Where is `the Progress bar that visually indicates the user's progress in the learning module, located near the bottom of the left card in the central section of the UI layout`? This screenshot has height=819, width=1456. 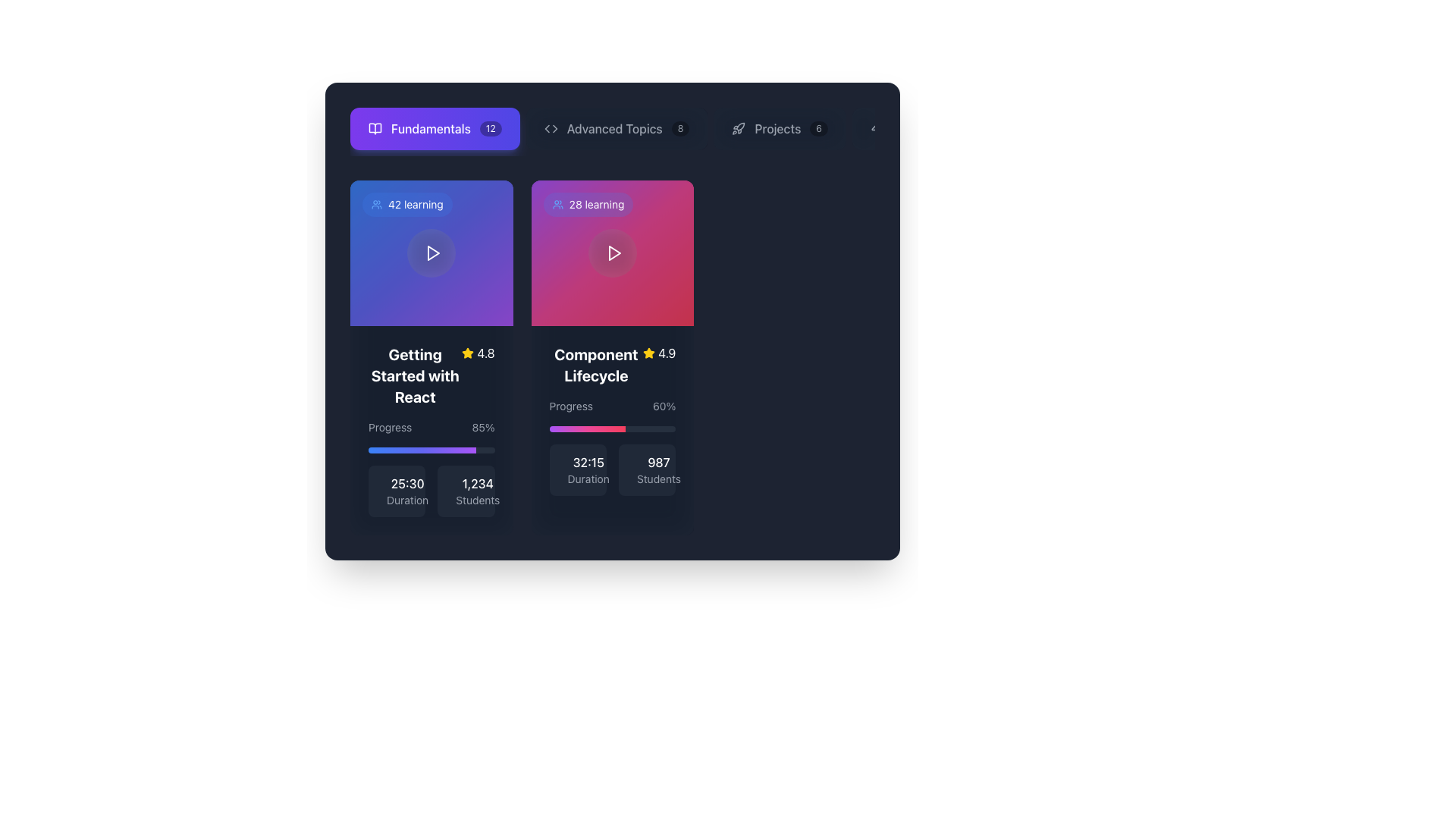 the Progress bar that visually indicates the user's progress in the learning module, located near the bottom of the left card in the central section of the UI layout is located at coordinates (422, 450).